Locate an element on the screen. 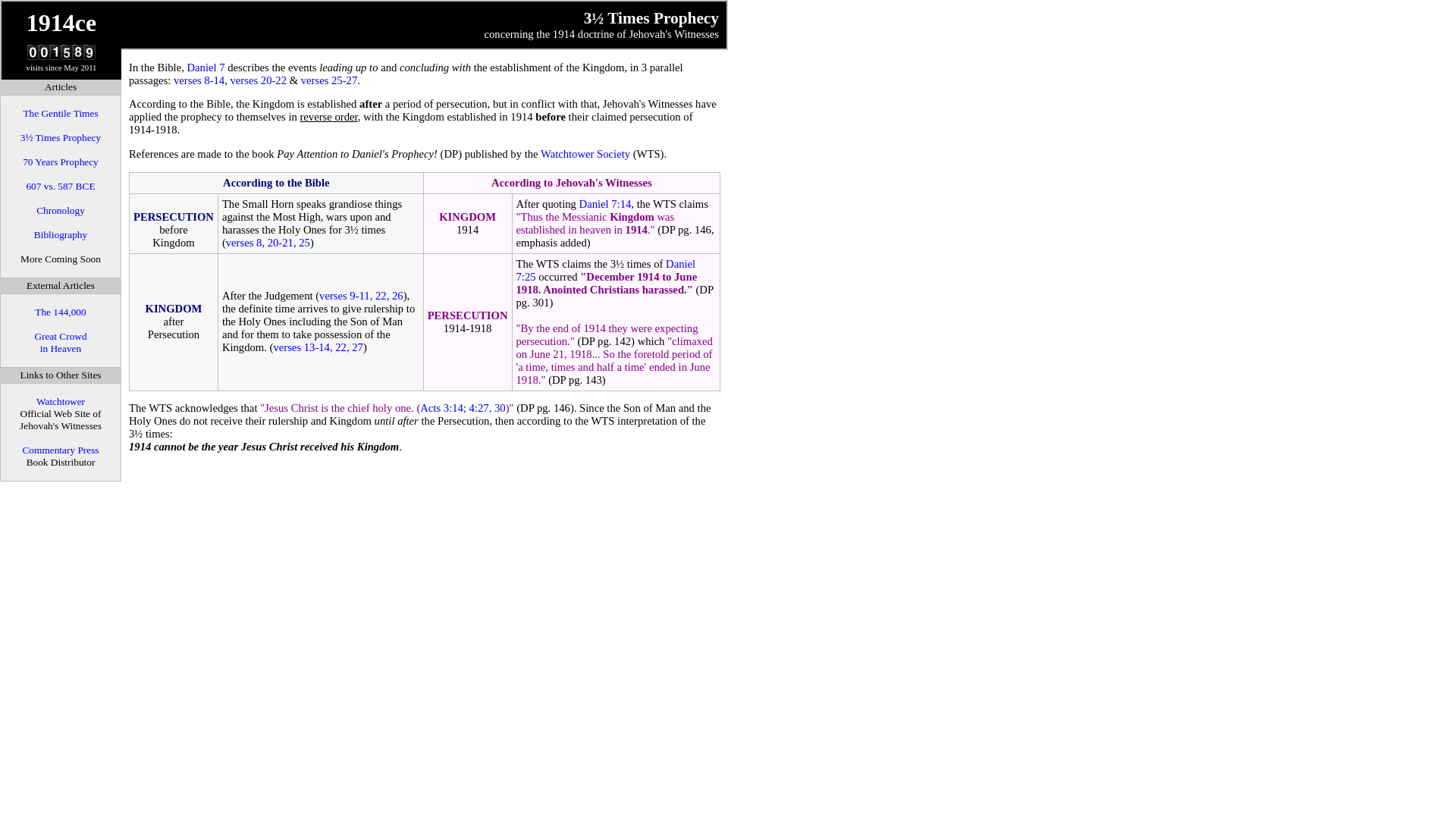 The image size is (1456, 819). 'Daniel 7' is located at coordinates (206, 66).